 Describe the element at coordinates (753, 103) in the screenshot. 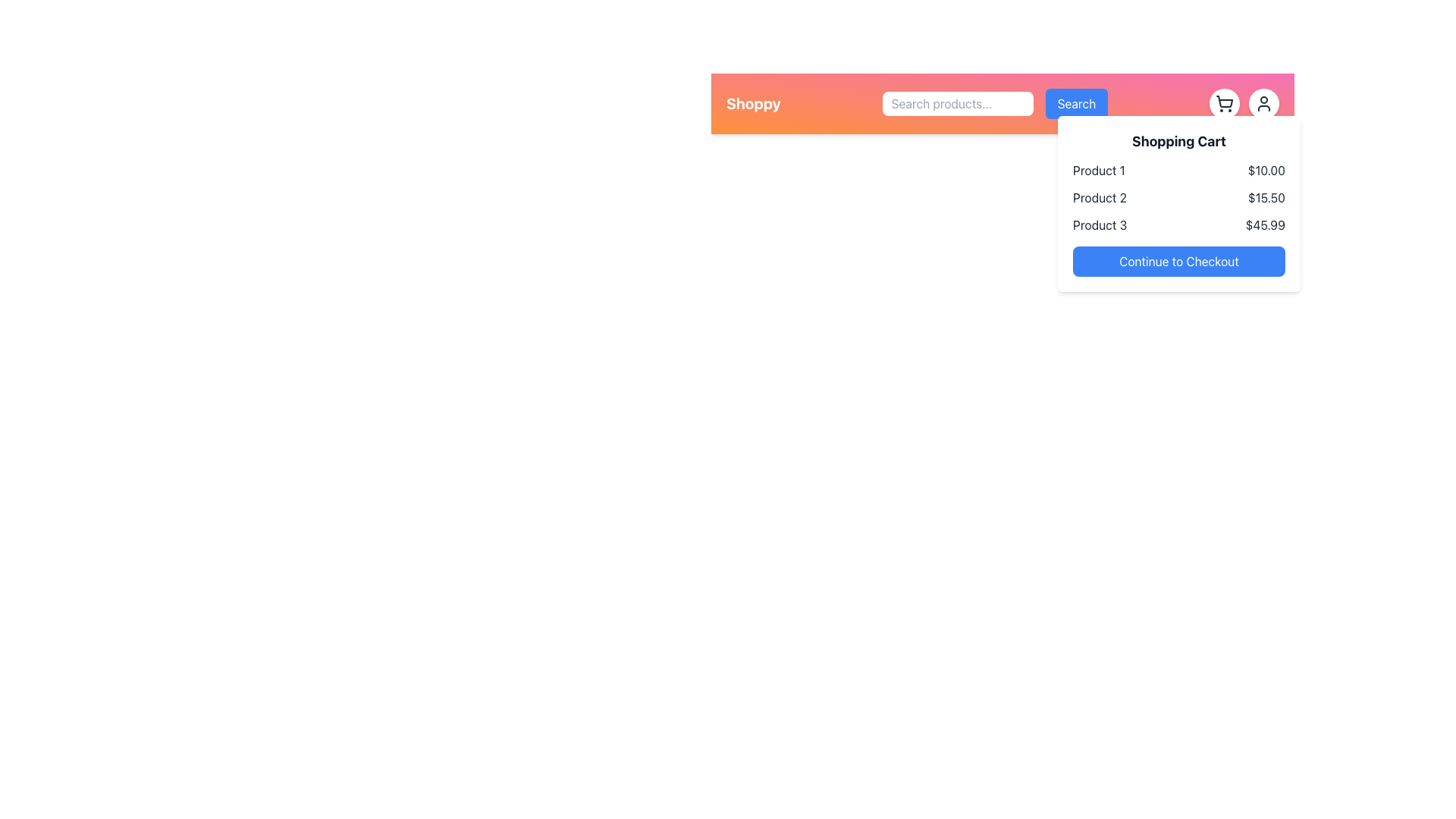

I see `text from the label displaying 'Shoppy' in bold white font on the bright orange background, located at the top left of the navigation bar` at that location.